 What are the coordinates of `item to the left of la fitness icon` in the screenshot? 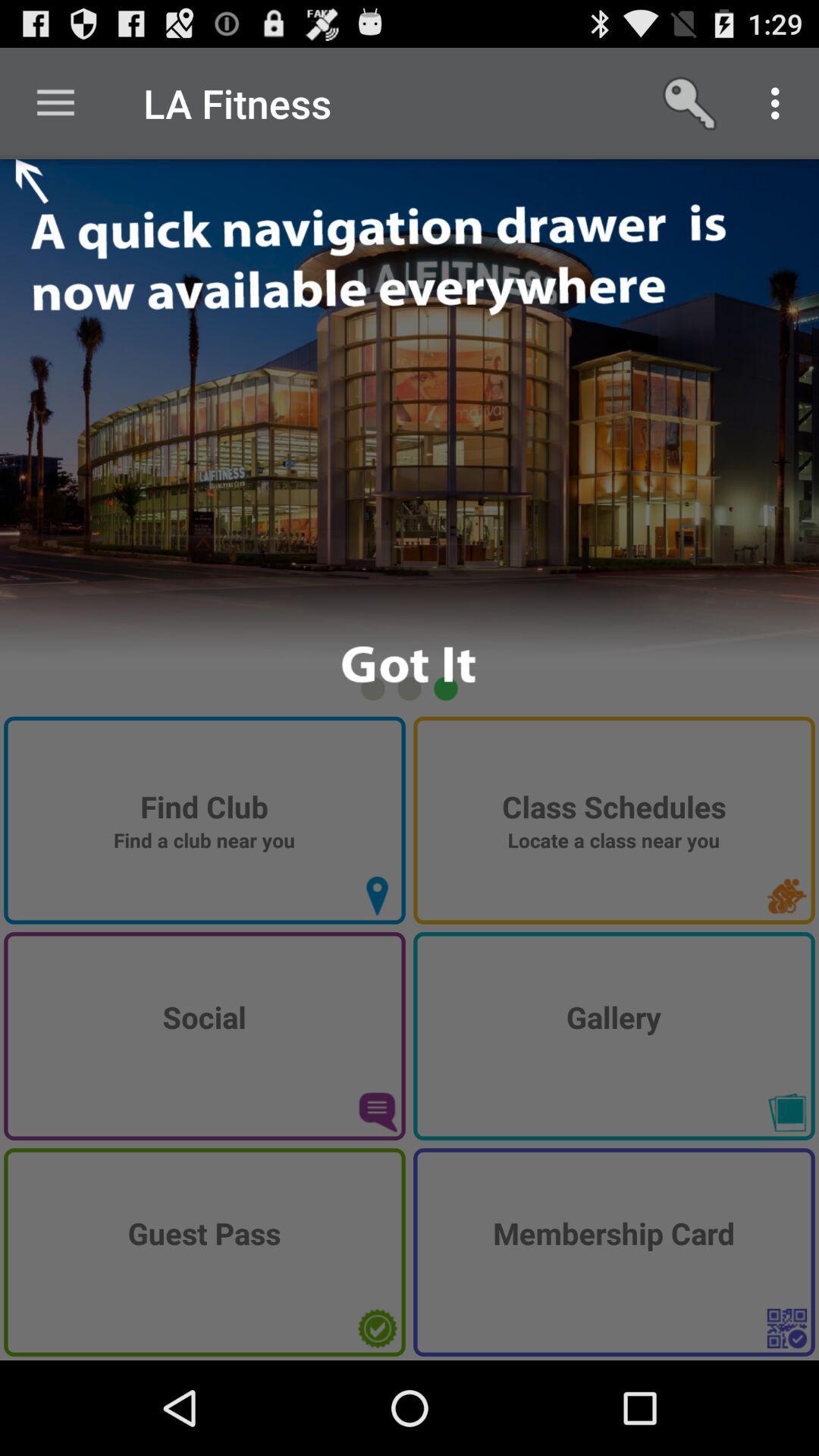 It's located at (55, 102).